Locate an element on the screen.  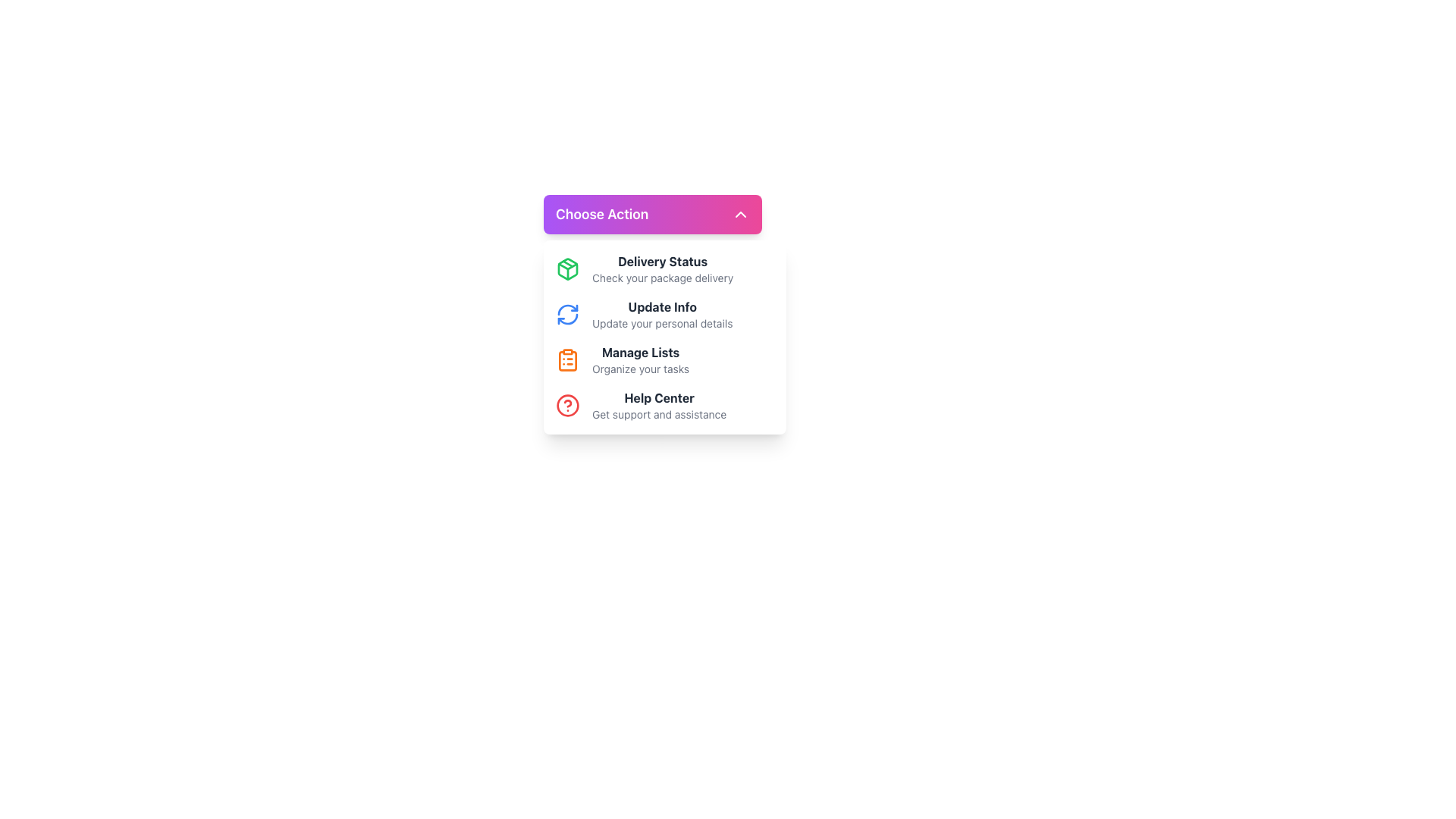
text label that serves as the title for the third item in the dropdown menu below 'Choose Action', indicating the function of that menu item is located at coordinates (640, 353).